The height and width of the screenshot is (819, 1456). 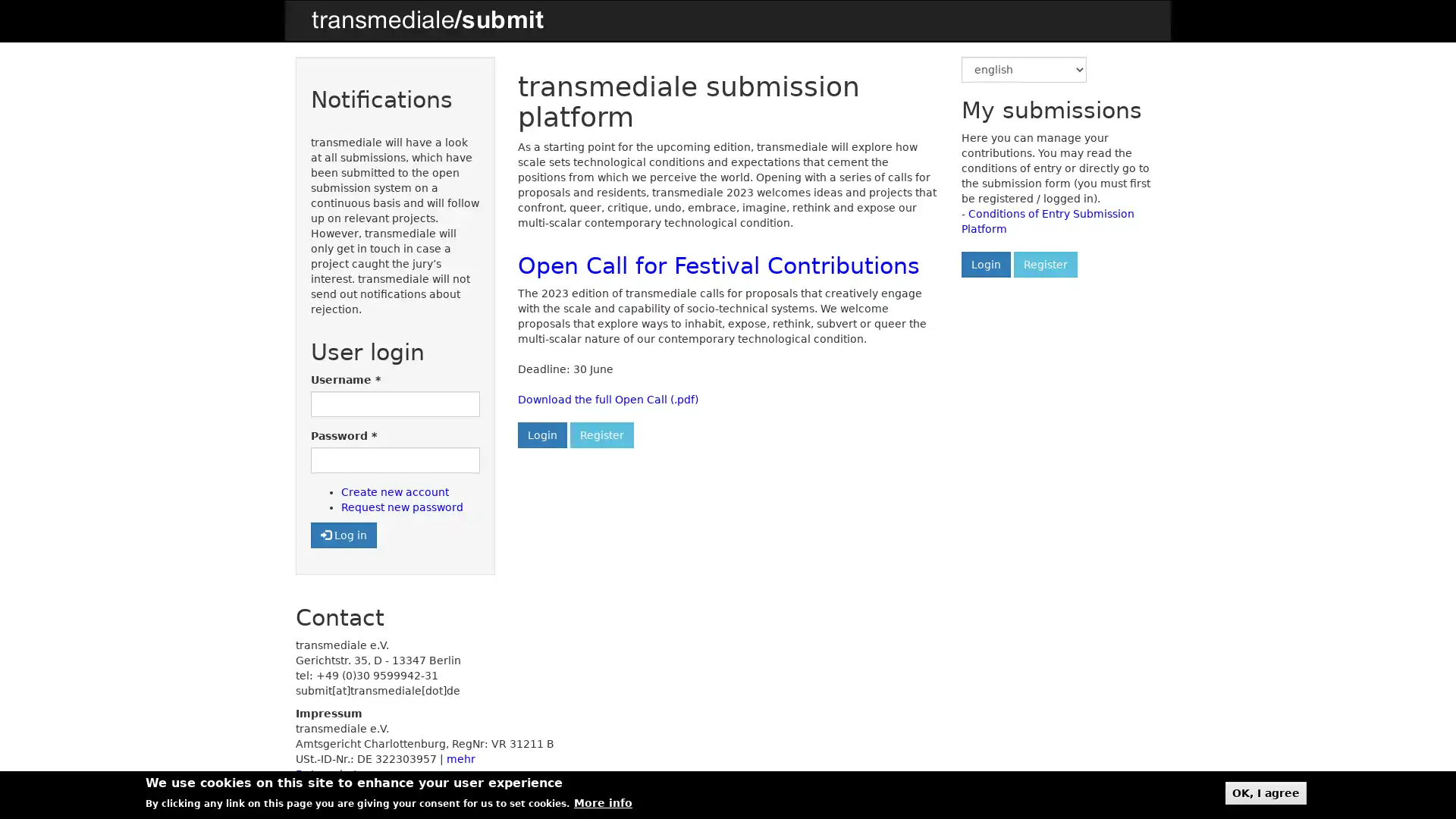 What do you see at coordinates (1043, 263) in the screenshot?
I see `Register` at bounding box center [1043, 263].